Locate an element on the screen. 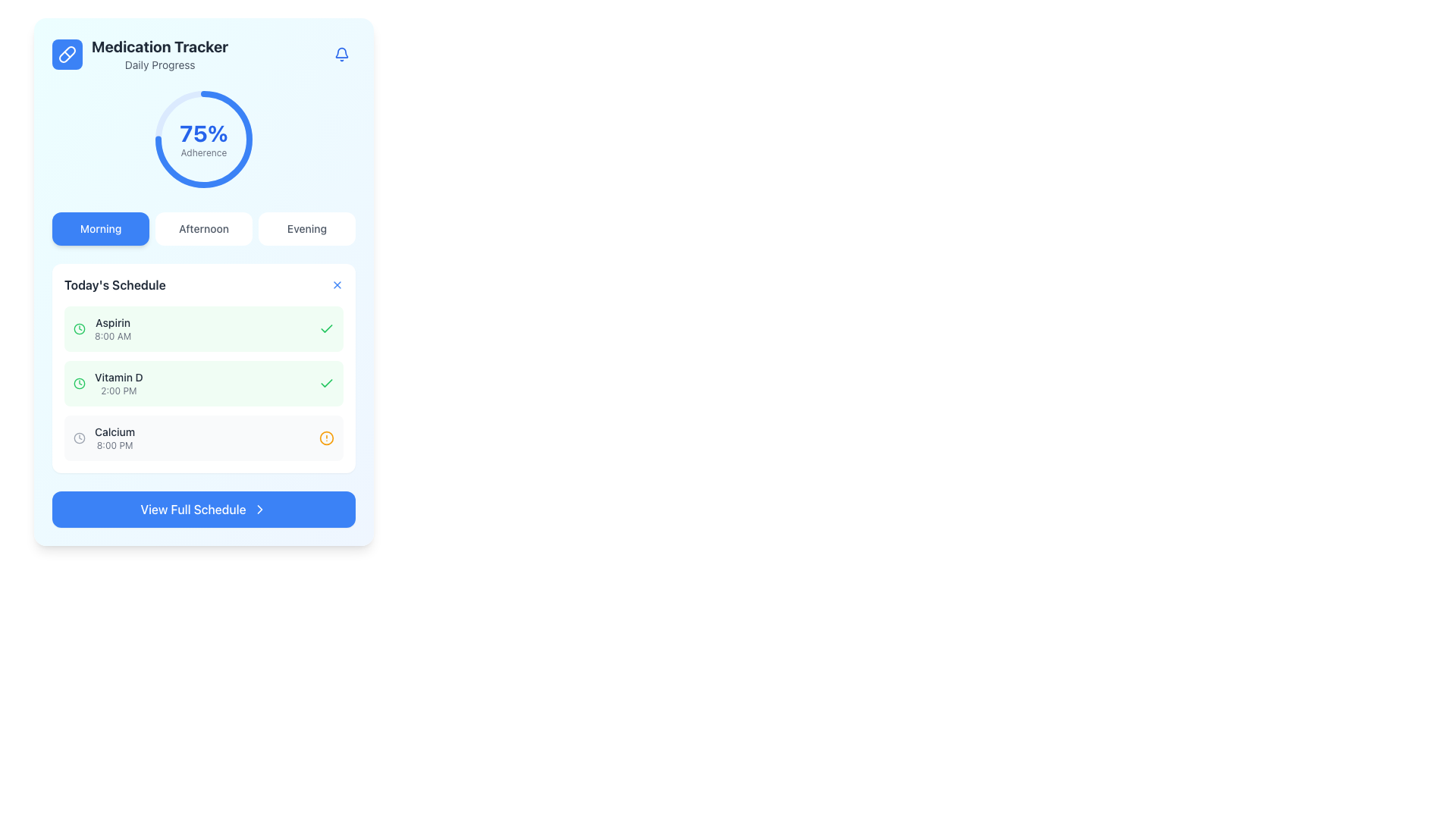 This screenshot has height=819, width=1456. the blue bell-shaped icon button located in the top-right corner of the 'Medication Tracker' header is located at coordinates (341, 54).